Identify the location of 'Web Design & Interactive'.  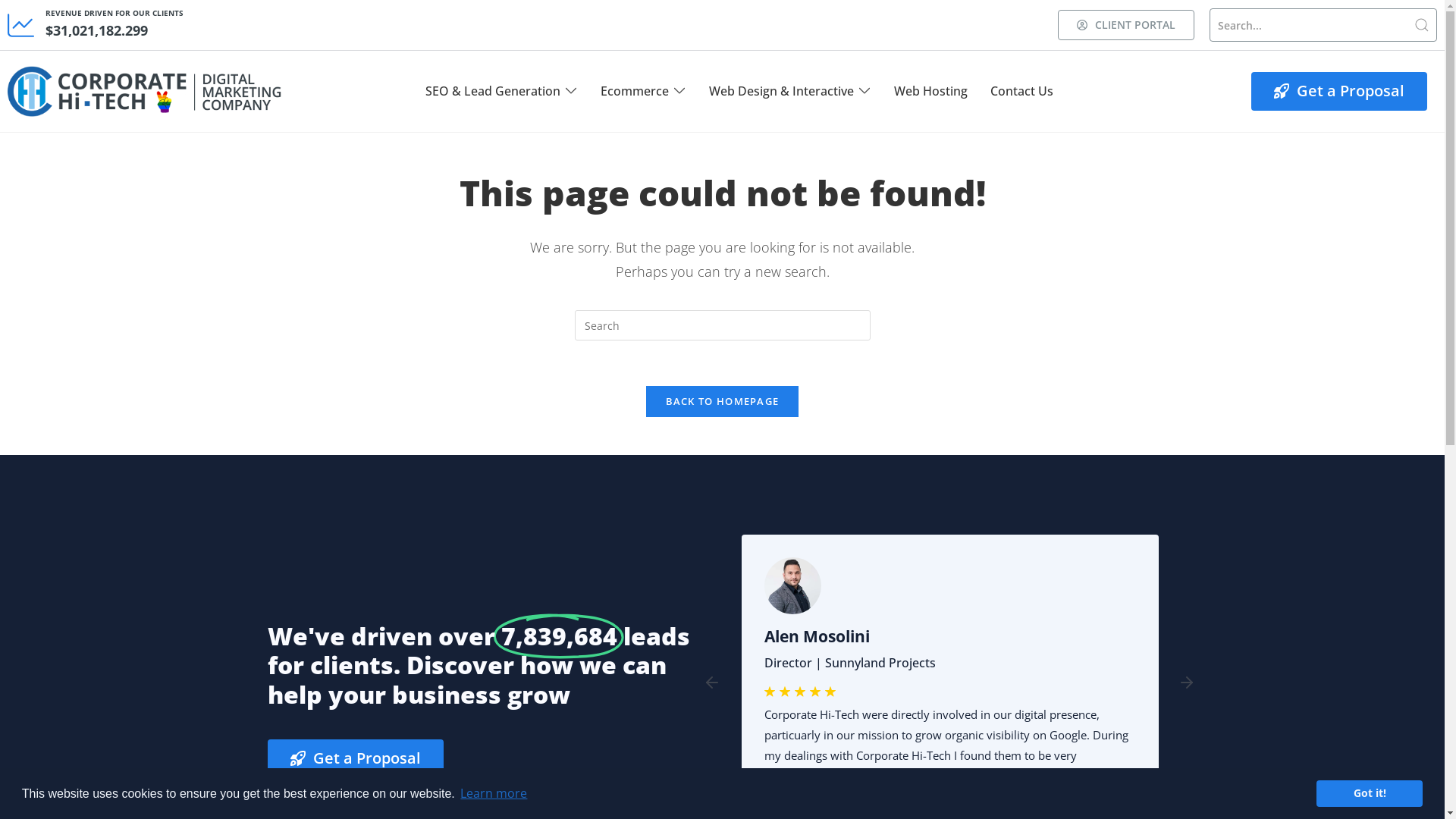
(781, 91).